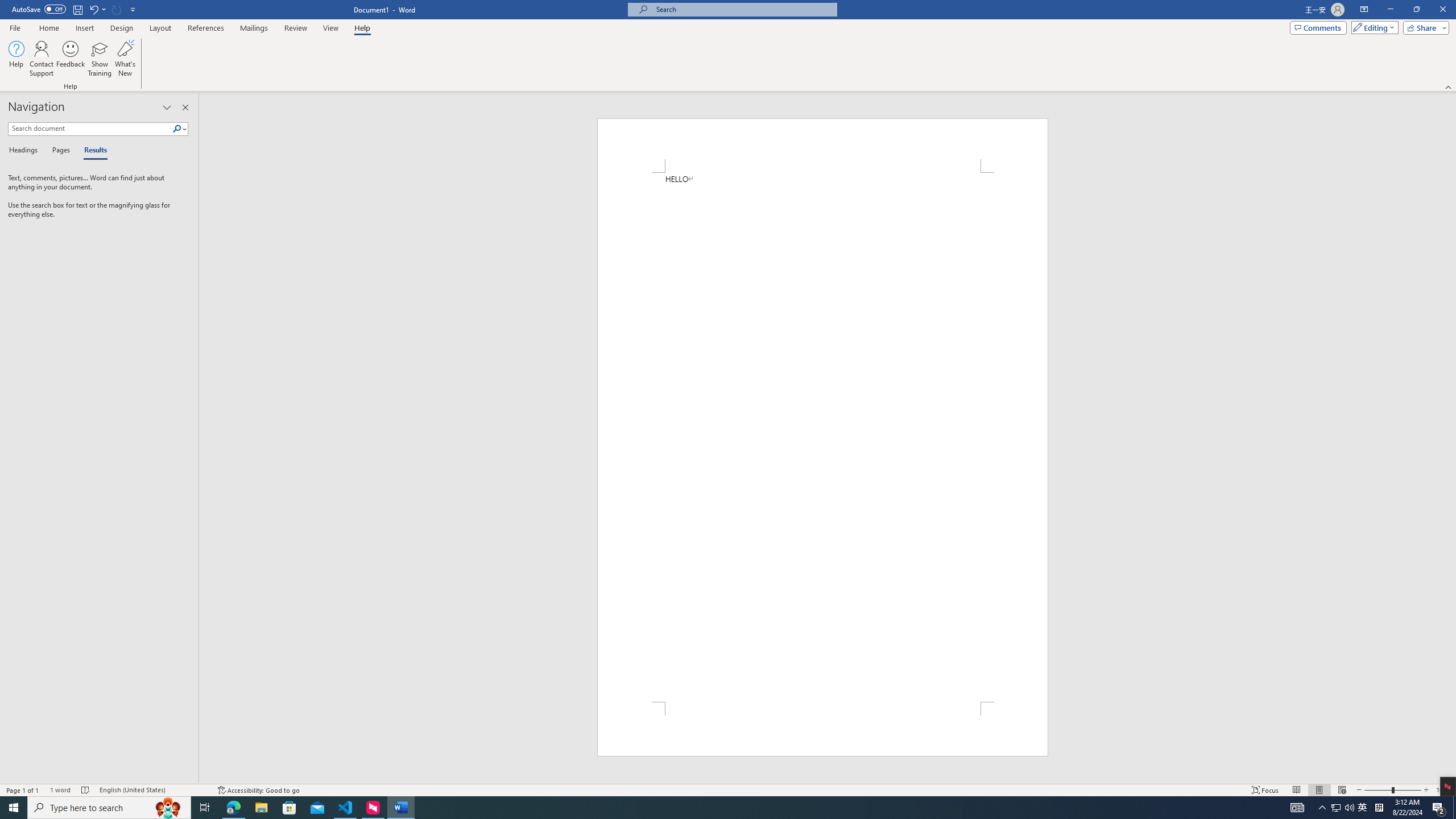 The height and width of the screenshot is (819, 1456). What do you see at coordinates (177, 128) in the screenshot?
I see `'Search'` at bounding box center [177, 128].